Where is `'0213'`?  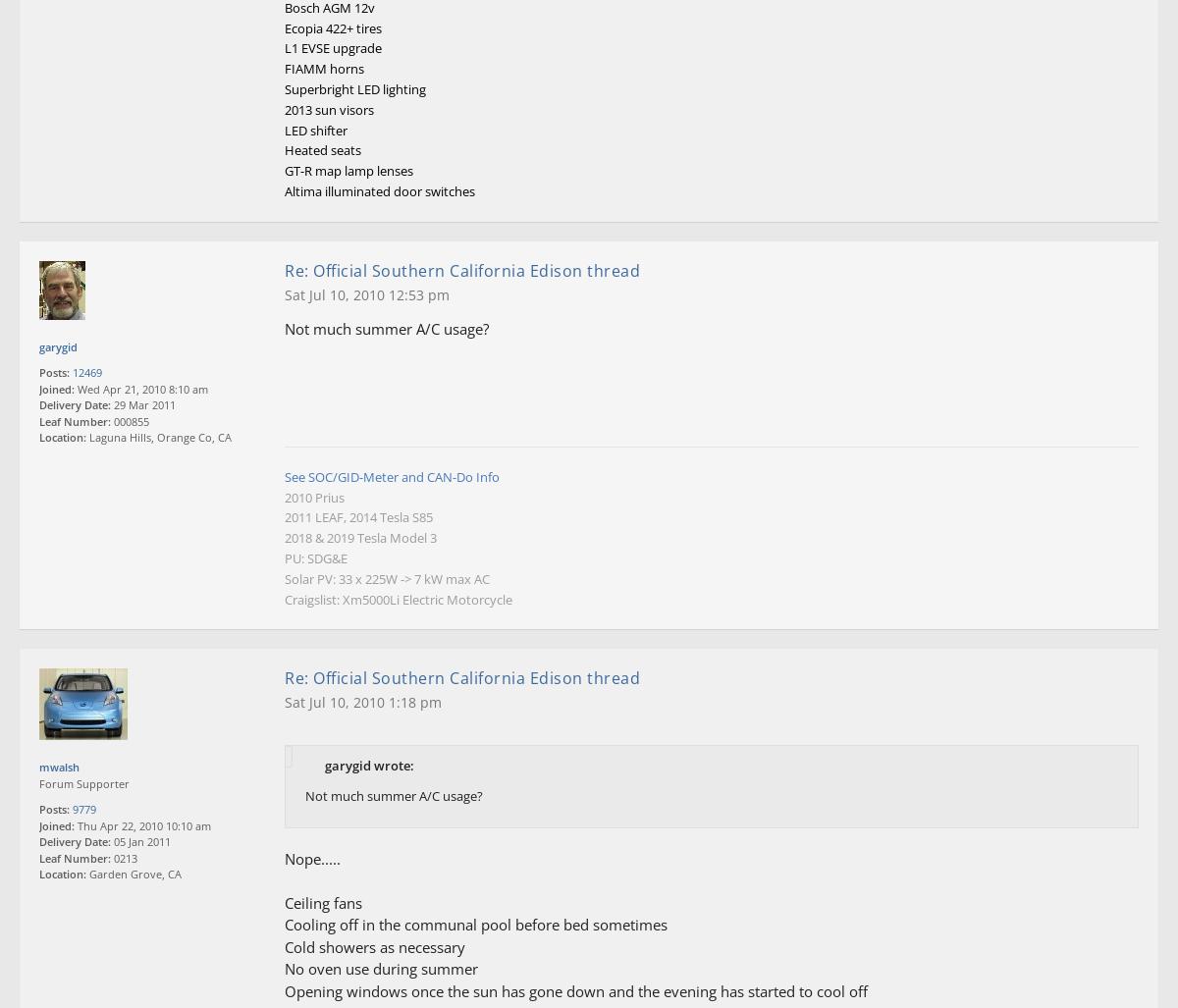 '0213' is located at coordinates (124, 856).